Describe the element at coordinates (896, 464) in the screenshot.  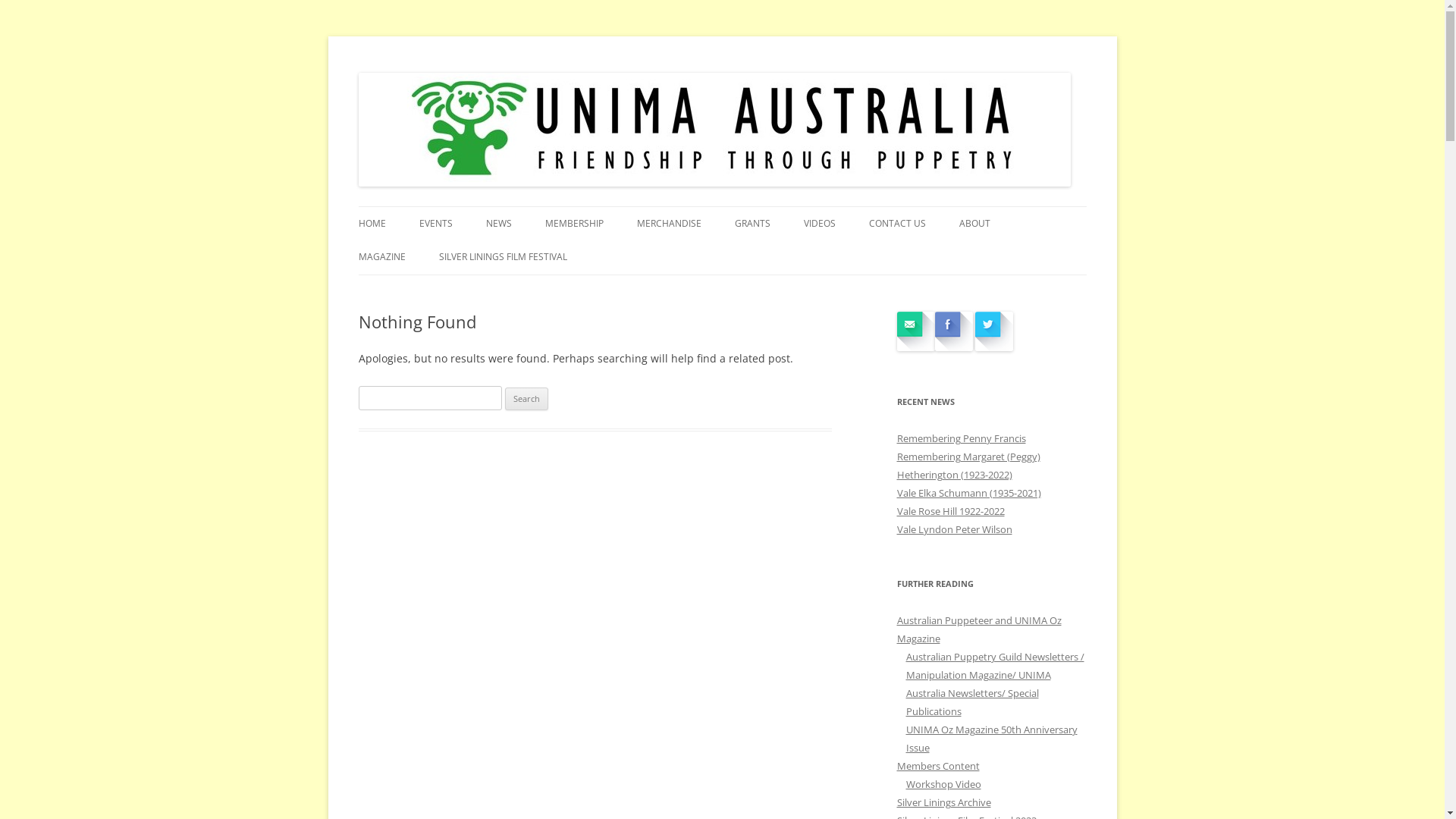
I see `'Remembering Margaret (Peggy) Hetherington (1923-2022)'` at that location.